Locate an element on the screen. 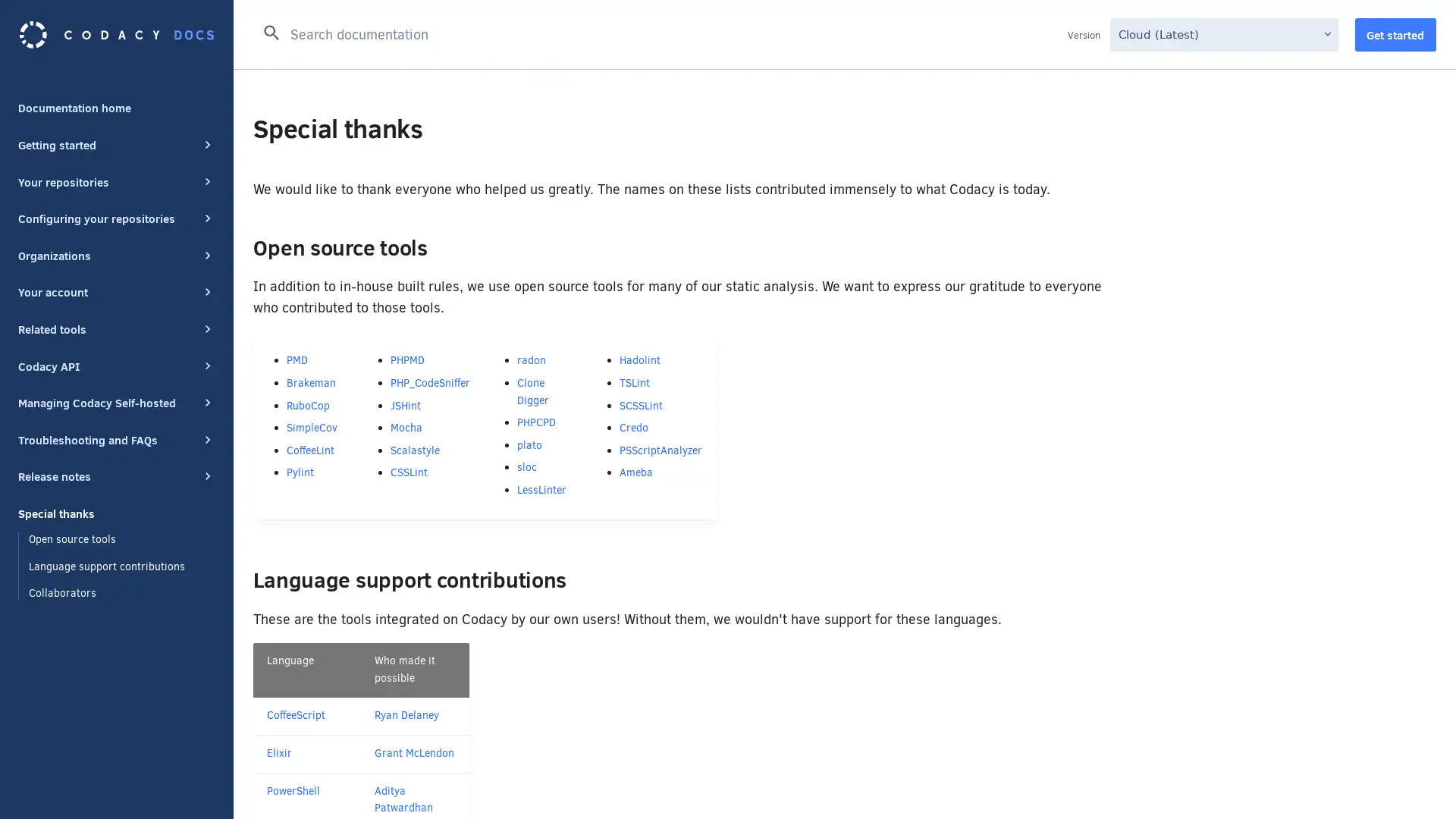  Open Intercom Messenger is located at coordinates (1417, 780).